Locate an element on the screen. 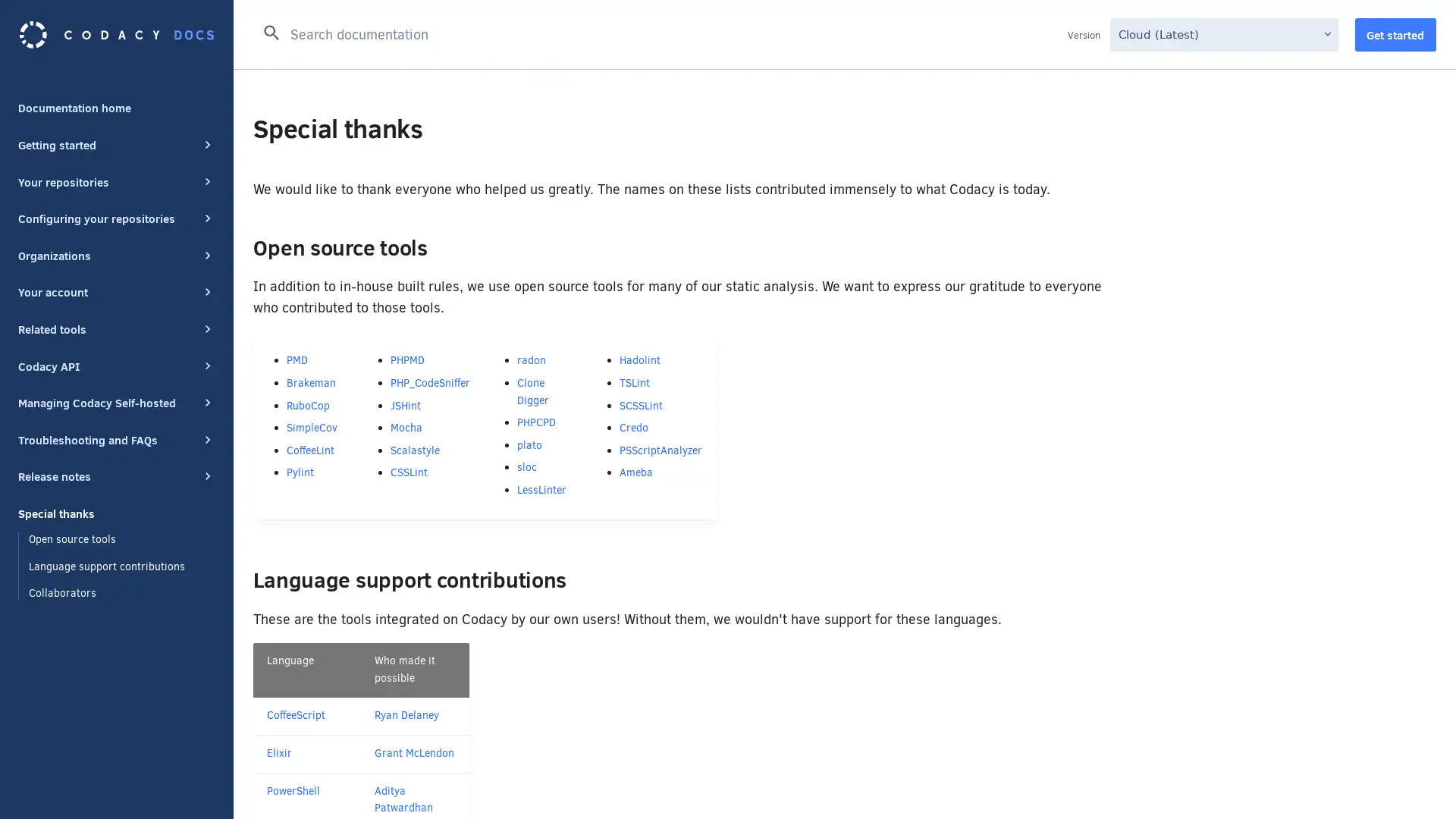  Open Intercom Messenger is located at coordinates (1417, 780).